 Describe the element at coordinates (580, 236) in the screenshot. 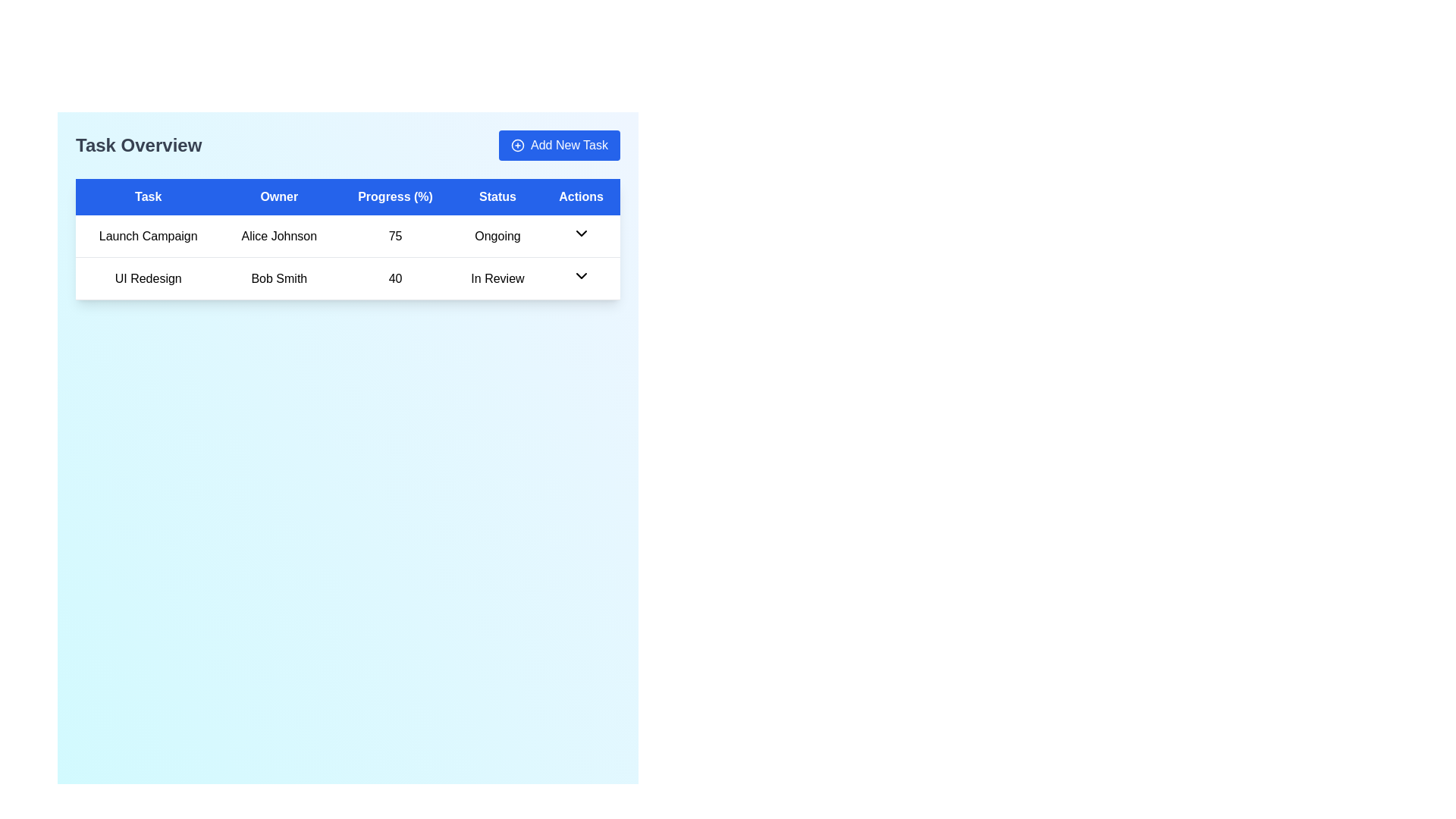

I see `the dropdown toggle icon in the 'Actions' column of the row labeled 'Launch Campaign'` at that location.